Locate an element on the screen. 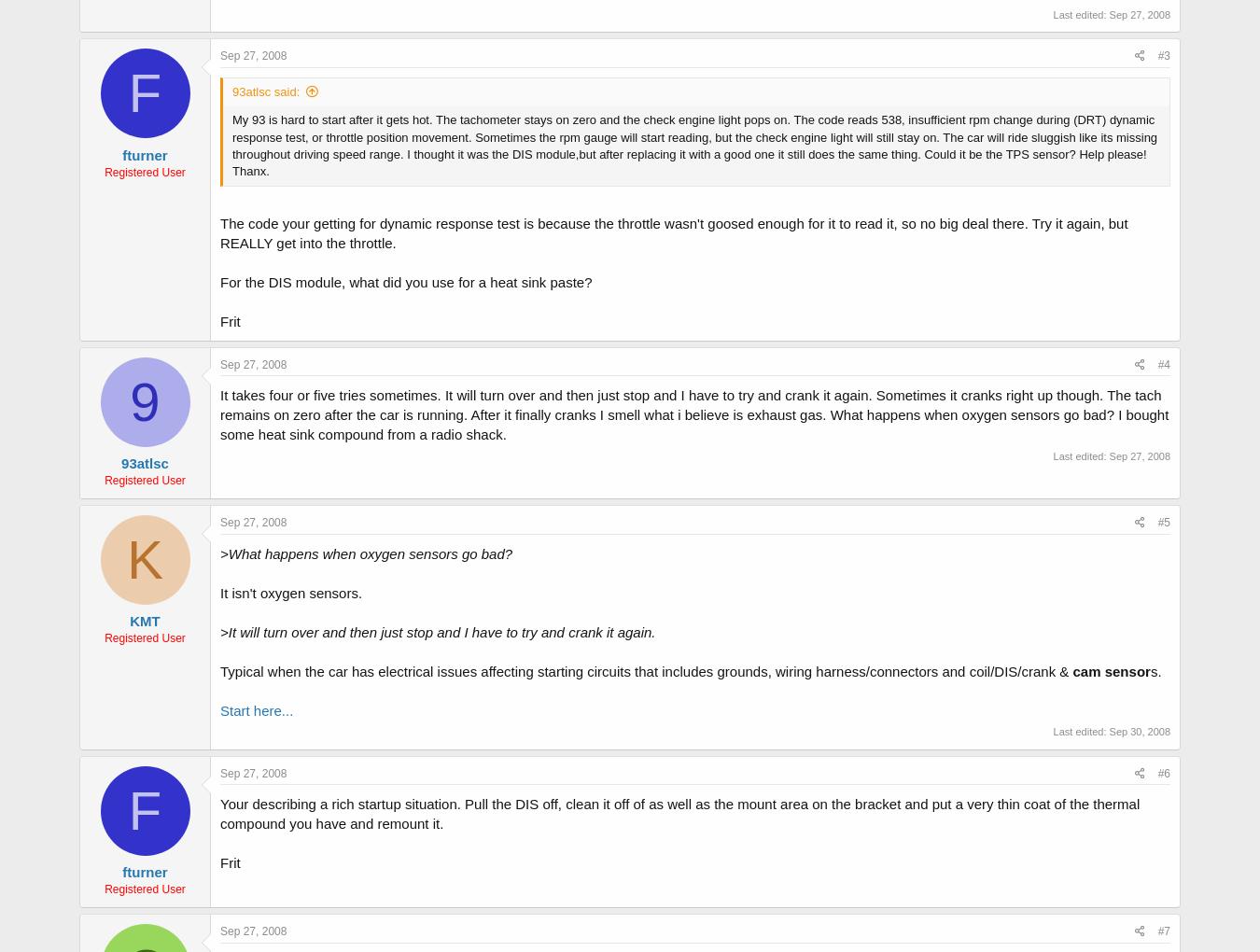 The width and height of the screenshot is (1260, 952). 'Sep 30, 2008' is located at coordinates (1138, 730).